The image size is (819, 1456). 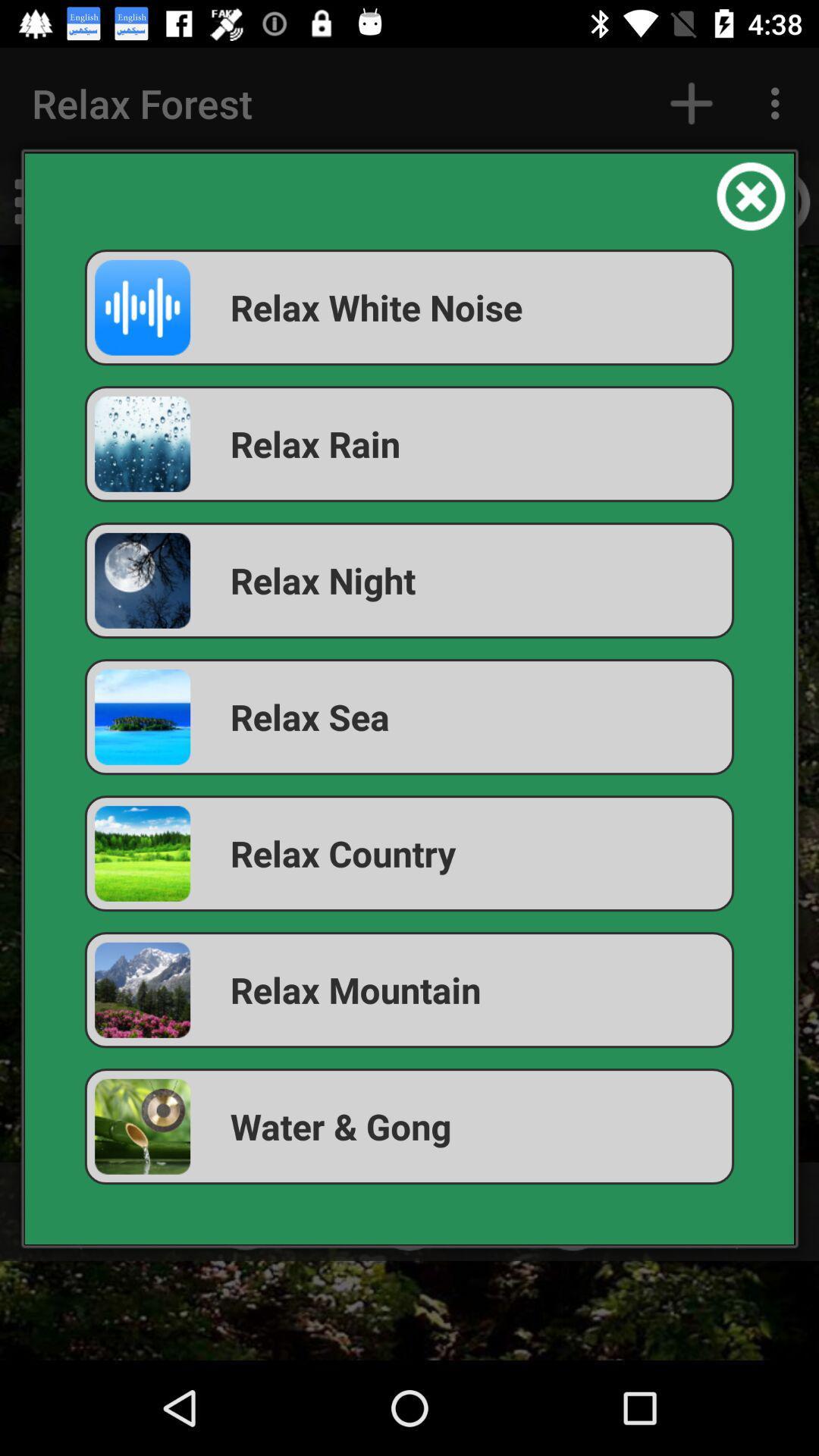 I want to click on item above the relax mountain icon, so click(x=409, y=853).